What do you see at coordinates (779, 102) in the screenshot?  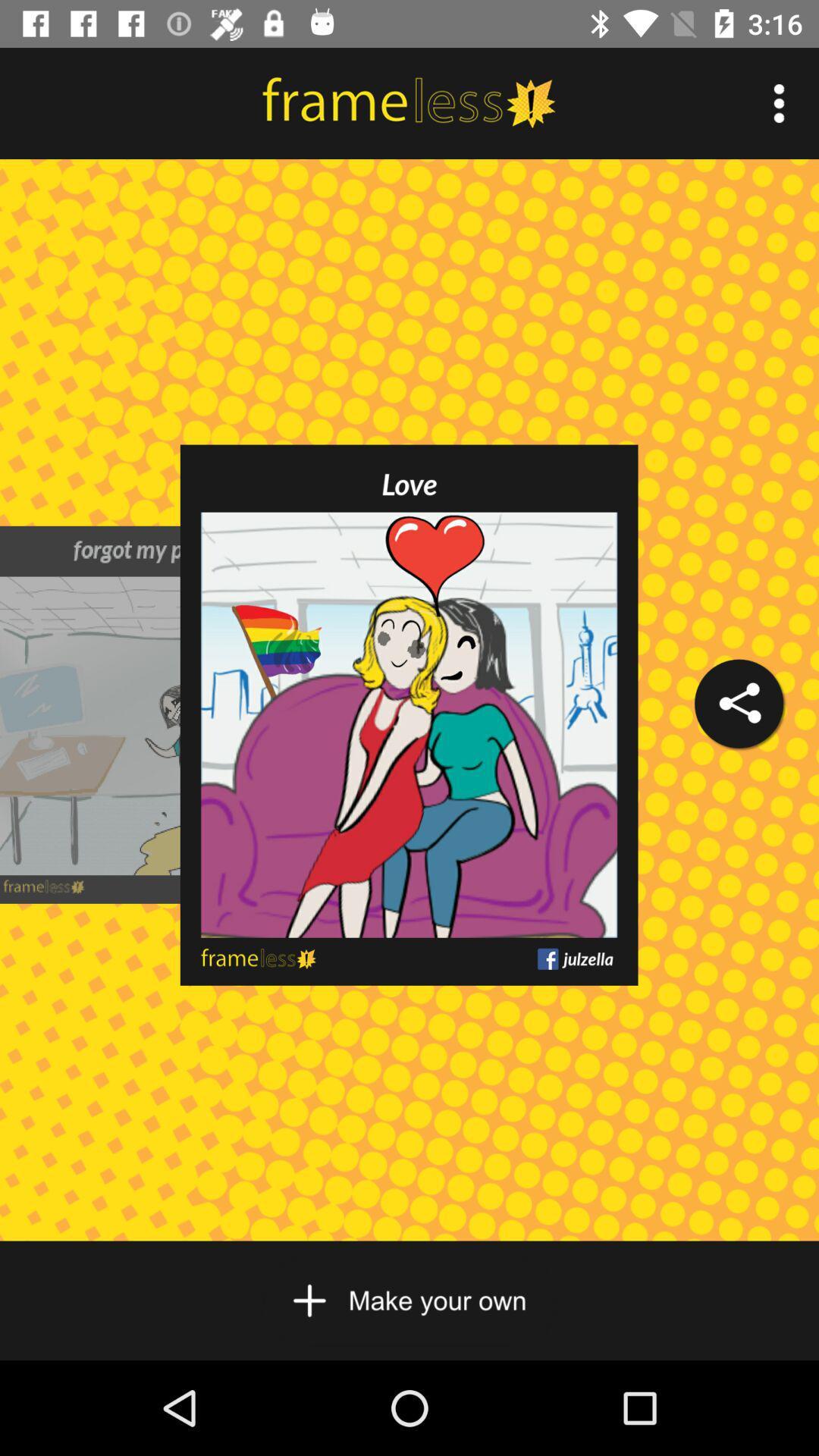 I see `item at the top right corner` at bounding box center [779, 102].